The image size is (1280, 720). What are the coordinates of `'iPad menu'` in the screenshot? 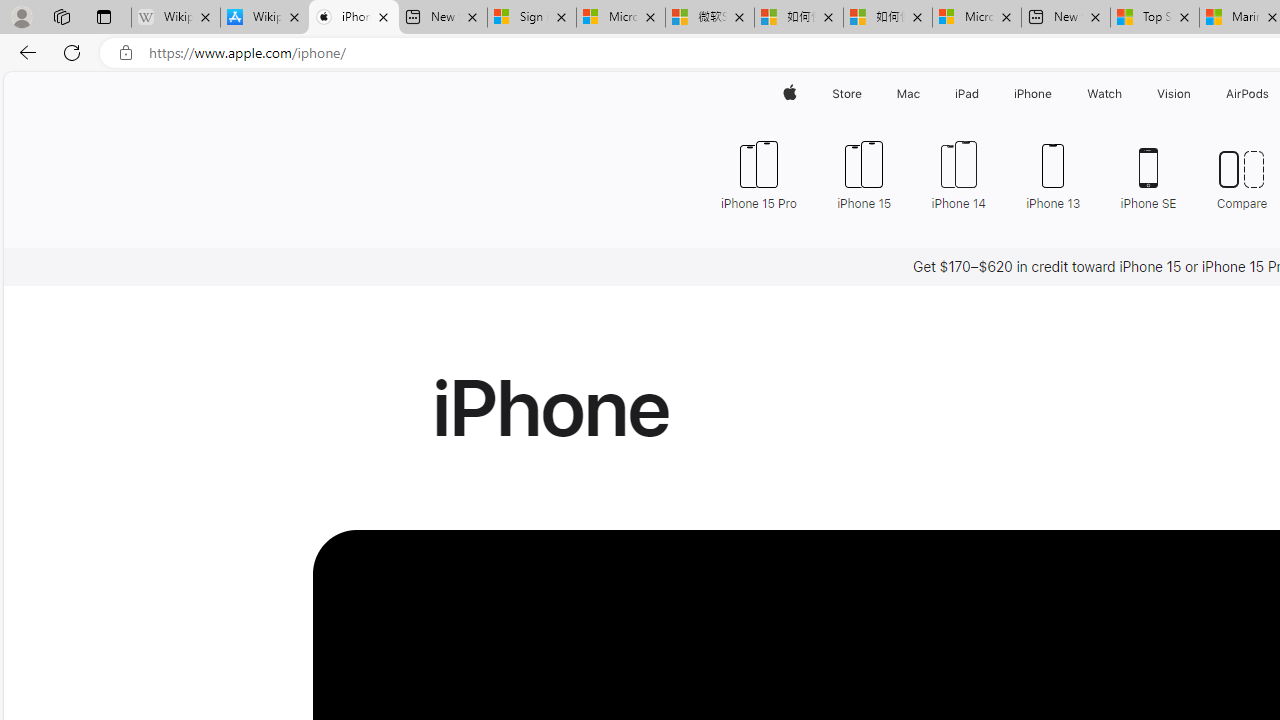 It's located at (983, 93).